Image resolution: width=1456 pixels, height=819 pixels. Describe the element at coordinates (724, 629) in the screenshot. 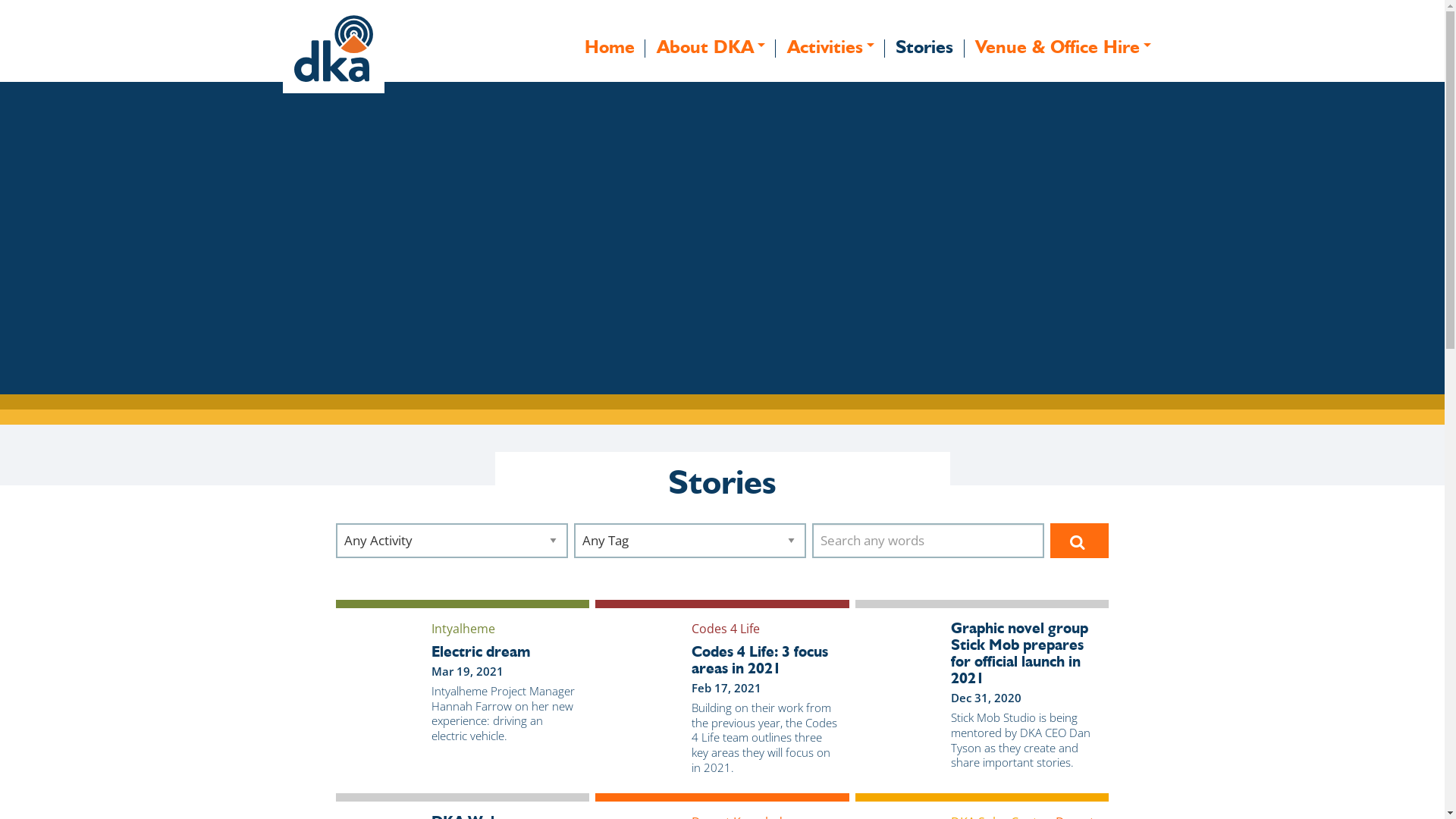

I see `'Codes 4 Life'` at that location.